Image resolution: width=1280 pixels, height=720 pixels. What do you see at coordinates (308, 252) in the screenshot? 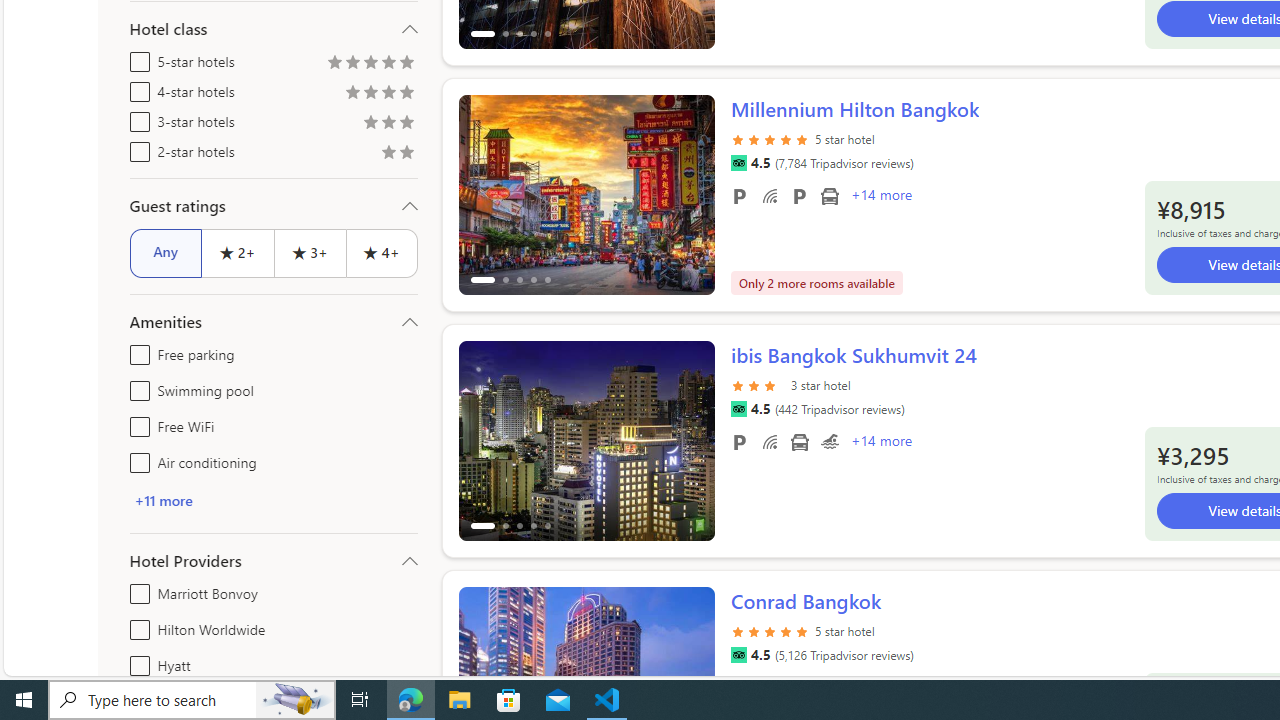
I see `'3+'` at bounding box center [308, 252].